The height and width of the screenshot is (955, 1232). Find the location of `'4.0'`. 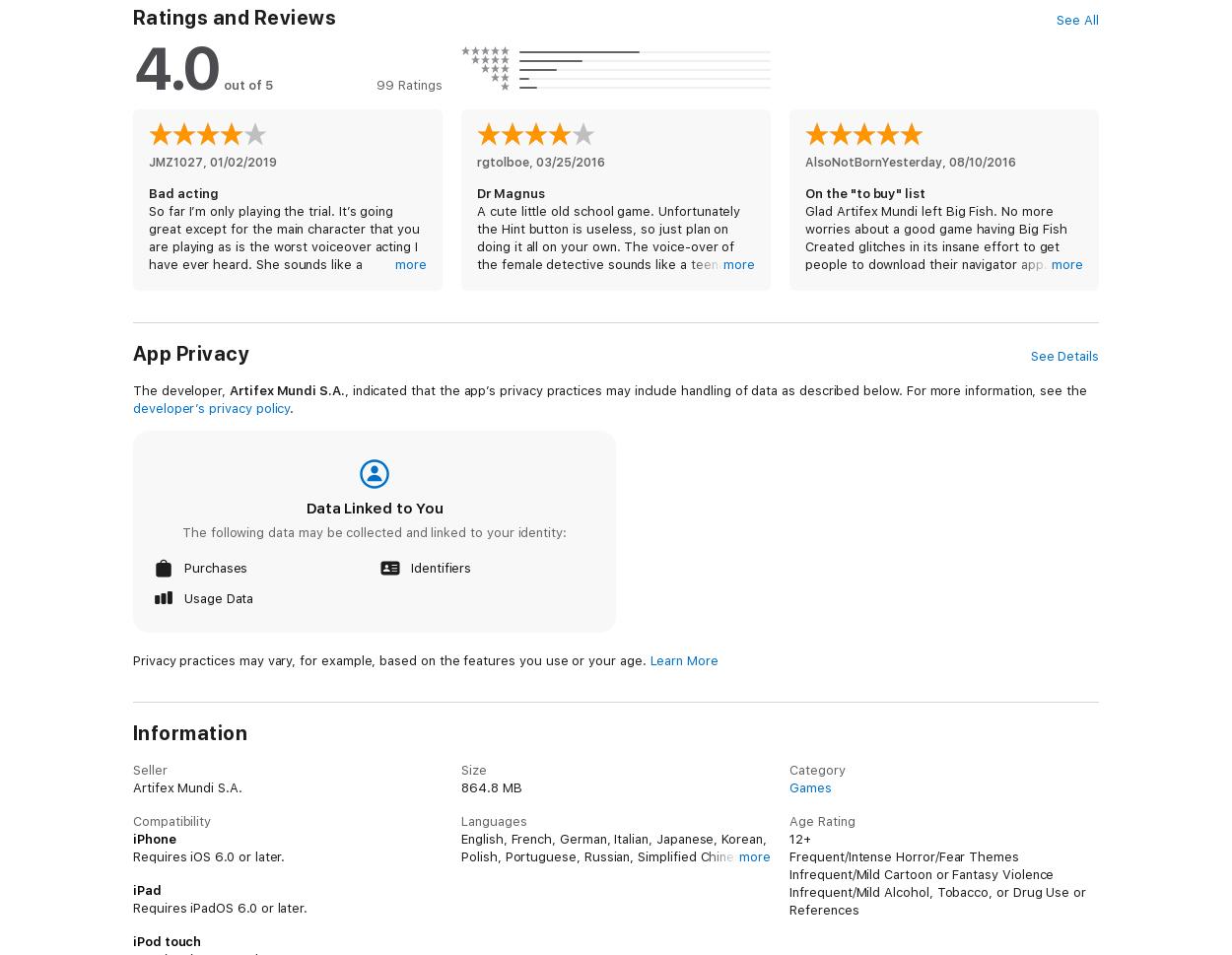

'4.0' is located at coordinates (175, 67).